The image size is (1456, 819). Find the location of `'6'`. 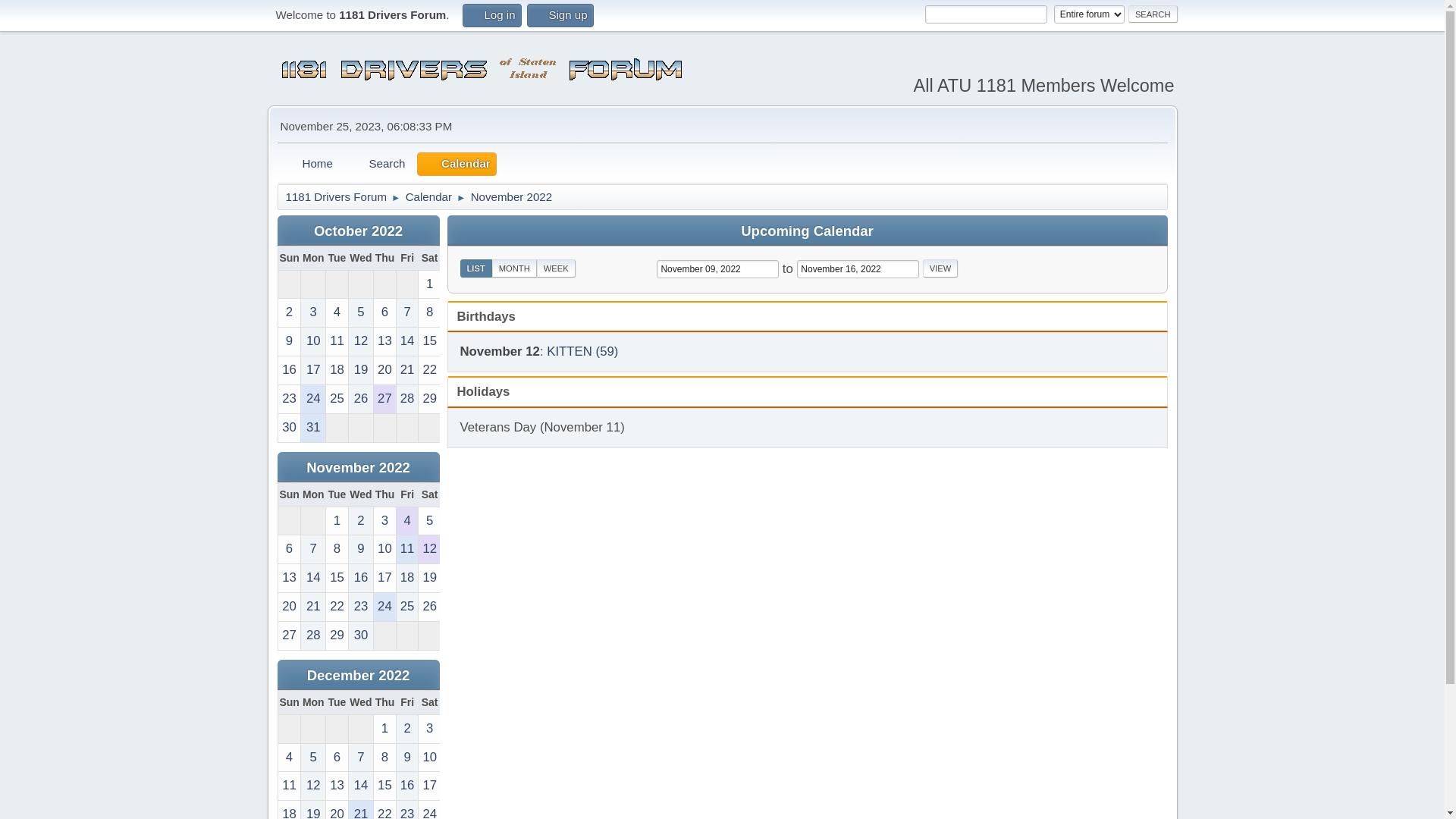

'6' is located at coordinates (374, 312).